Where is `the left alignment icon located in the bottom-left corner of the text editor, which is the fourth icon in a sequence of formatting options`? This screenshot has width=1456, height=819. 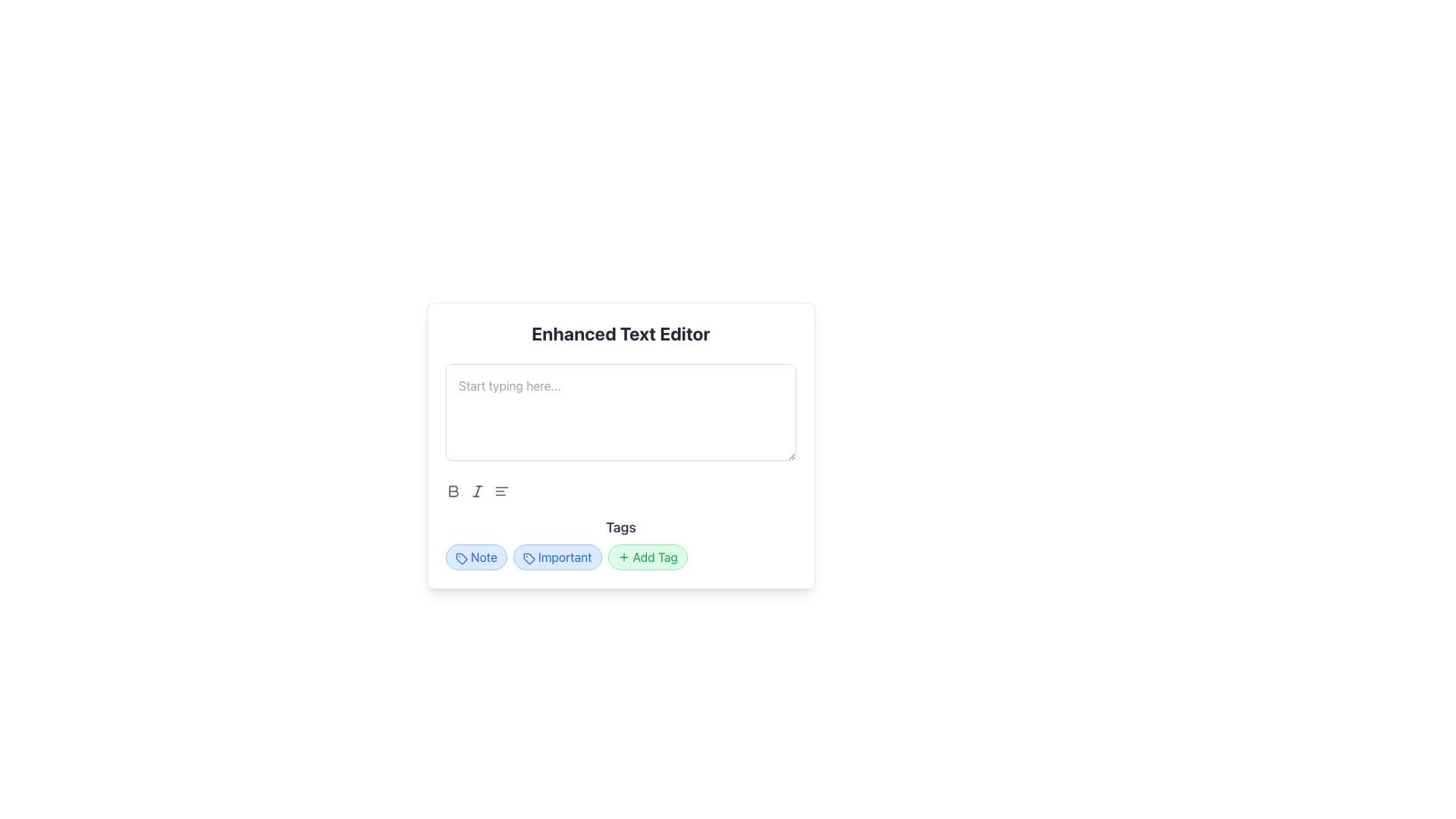
the left alignment icon located in the bottom-left corner of the text editor, which is the fourth icon in a sequence of formatting options is located at coordinates (502, 491).